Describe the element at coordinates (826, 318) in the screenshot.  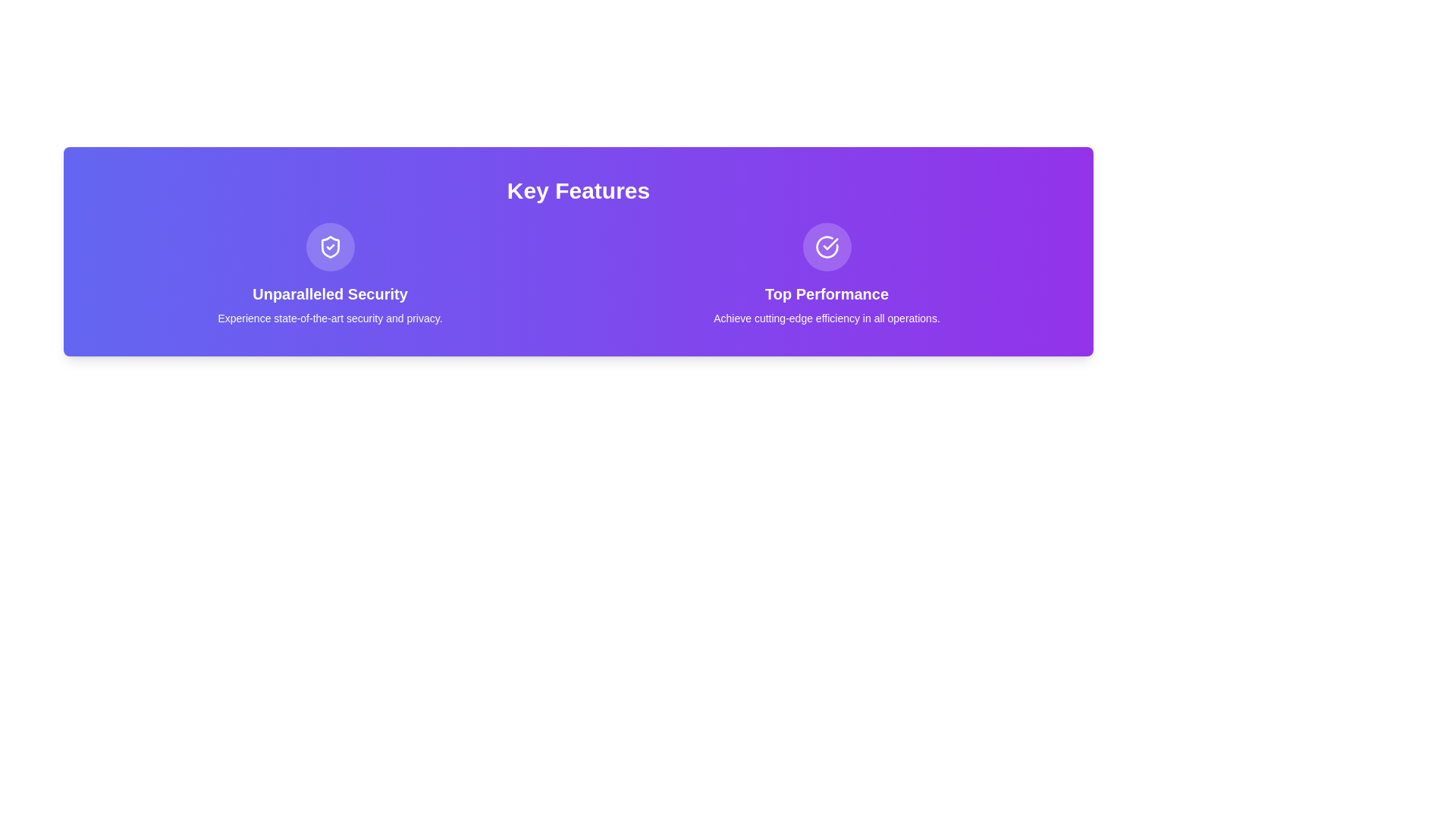
I see `text element that displays 'Achieve cutting-edge efficiency in all operations.' which is styled with a purple gradient background and white text color, located under the title 'Top Performance'` at that location.